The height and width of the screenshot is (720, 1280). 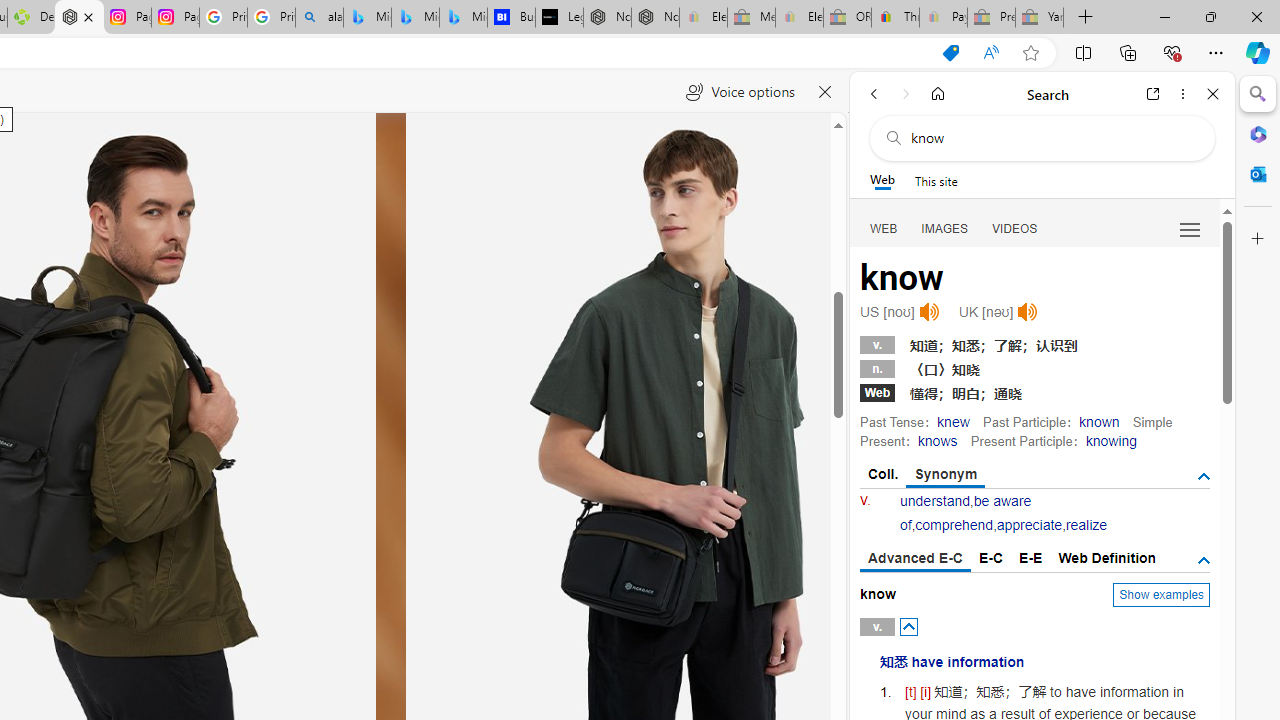 What do you see at coordinates (1106, 558) in the screenshot?
I see `'Web Definition'` at bounding box center [1106, 558].